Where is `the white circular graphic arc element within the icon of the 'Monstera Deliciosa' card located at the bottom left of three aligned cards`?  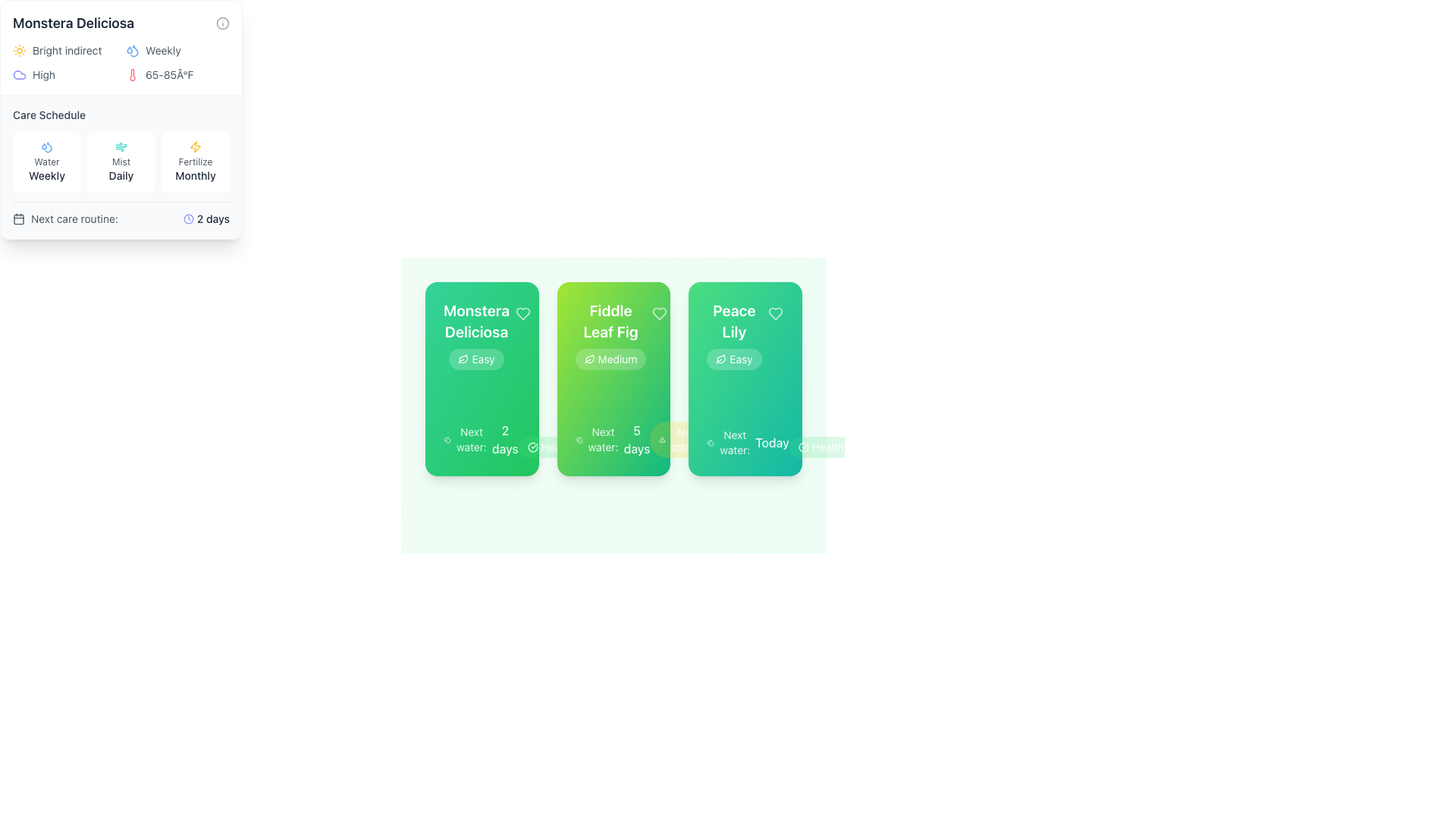 the white circular graphic arc element within the icon of the 'Monstera Deliciosa' card located at the bottom left of three aligned cards is located at coordinates (532, 447).